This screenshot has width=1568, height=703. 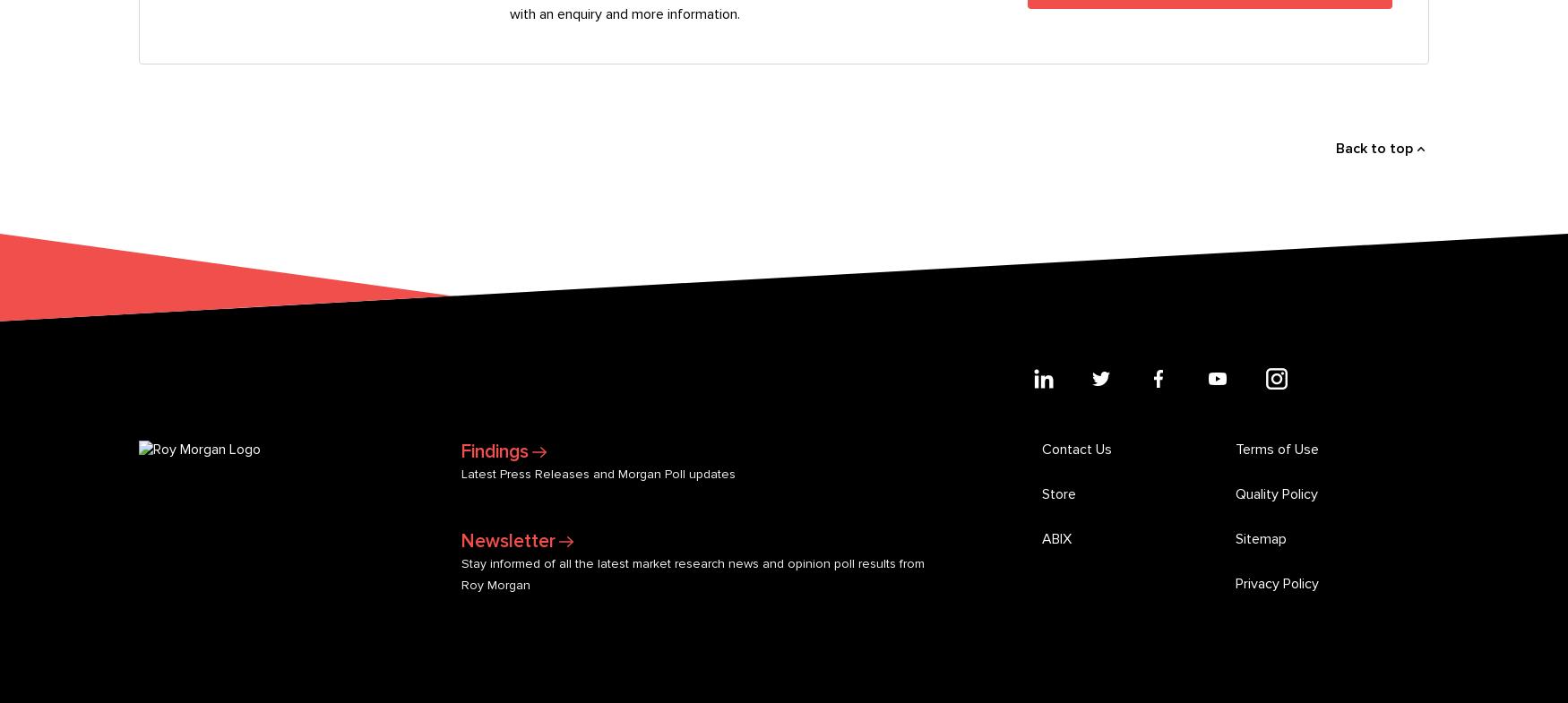 I want to click on 'Quality Policy', so click(x=1276, y=190).